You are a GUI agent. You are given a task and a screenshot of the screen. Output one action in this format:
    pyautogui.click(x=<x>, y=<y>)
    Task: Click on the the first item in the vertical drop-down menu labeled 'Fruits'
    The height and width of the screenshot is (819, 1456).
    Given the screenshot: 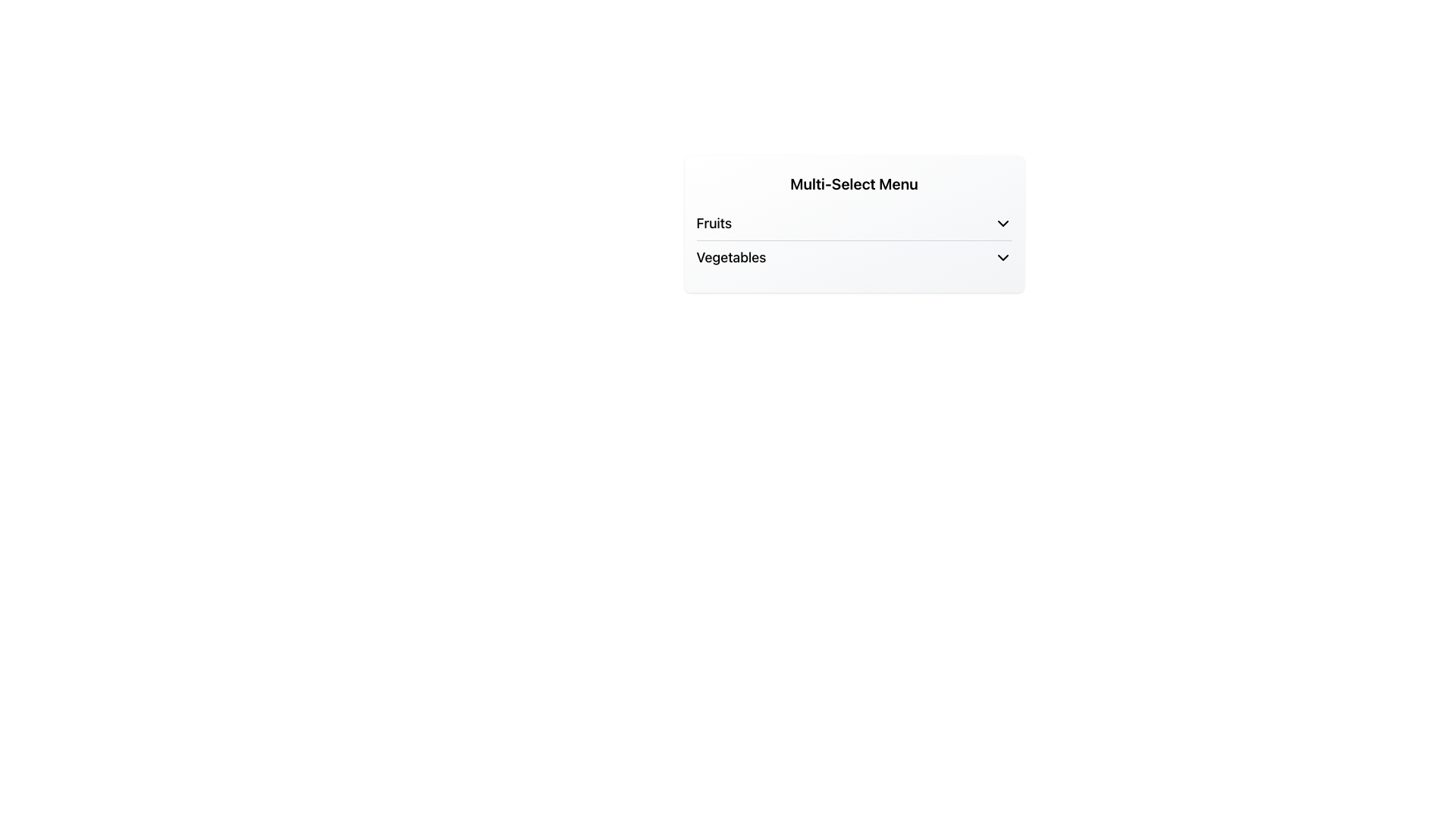 What is the action you would take?
    pyautogui.click(x=854, y=223)
    